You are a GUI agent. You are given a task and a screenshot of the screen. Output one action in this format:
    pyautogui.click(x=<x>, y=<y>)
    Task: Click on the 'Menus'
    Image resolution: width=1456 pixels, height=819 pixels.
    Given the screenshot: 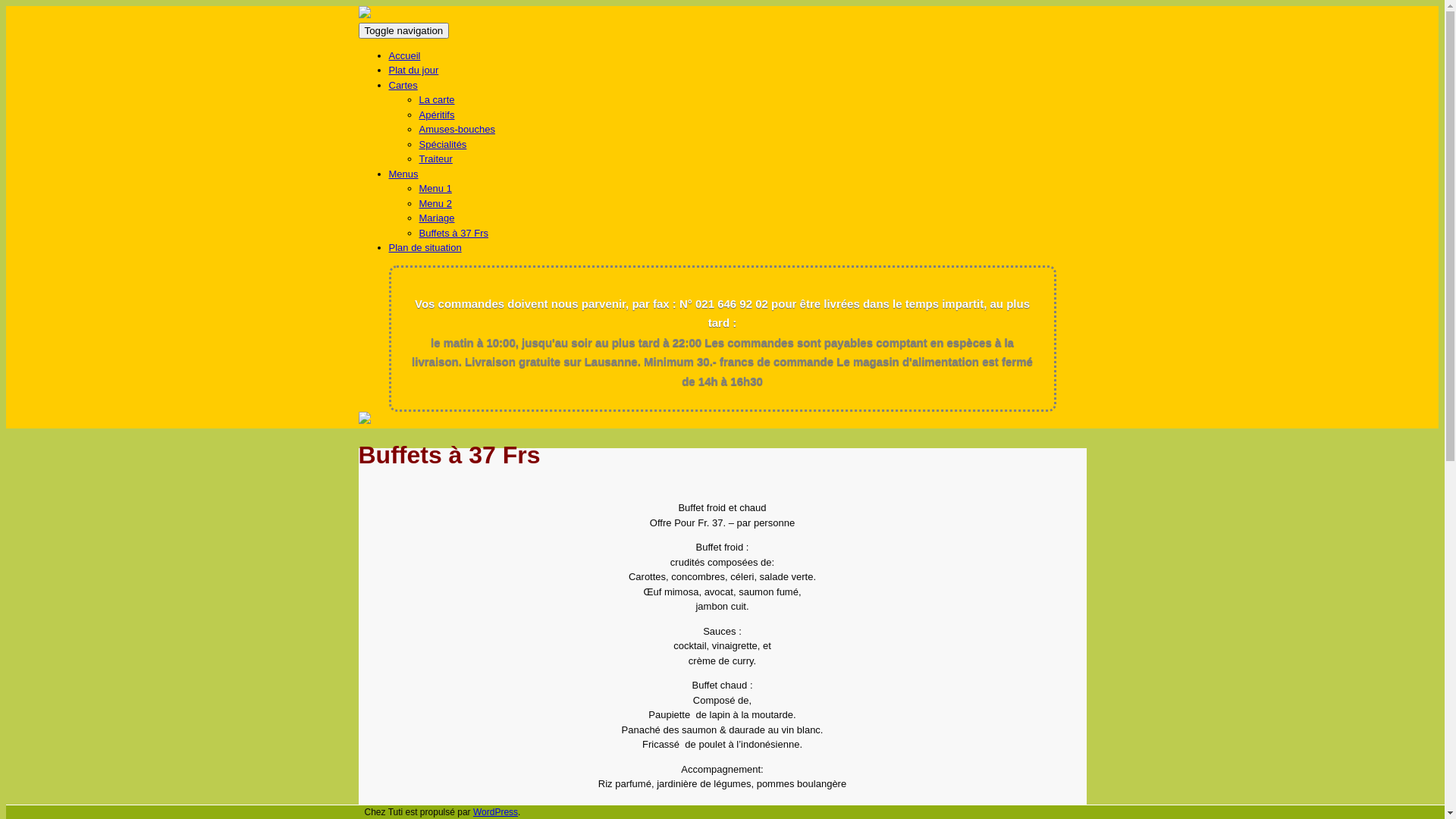 What is the action you would take?
    pyautogui.click(x=403, y=173)
    